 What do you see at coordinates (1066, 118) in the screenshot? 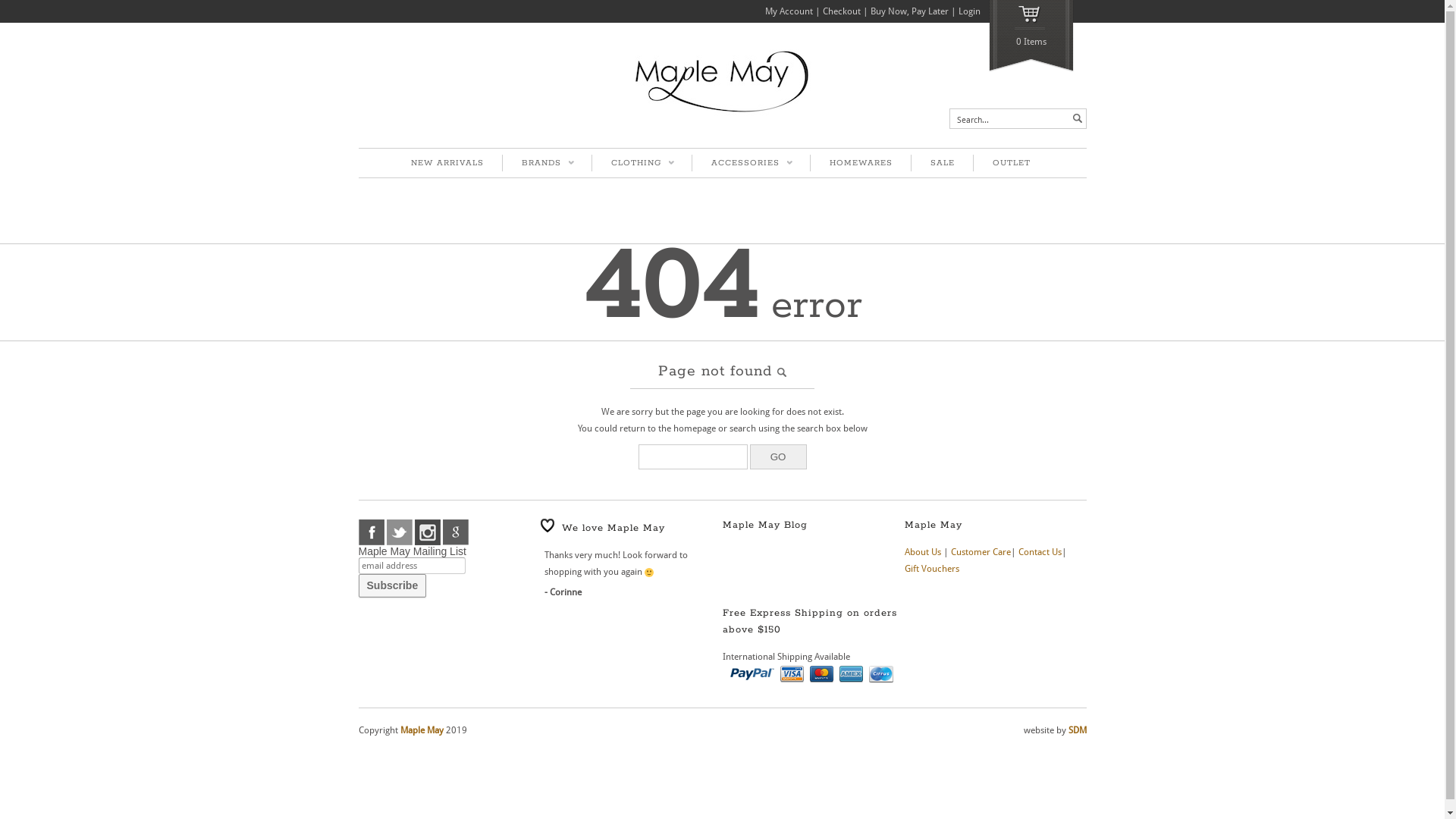
I see `' '` at bounding box center [1066, 118].